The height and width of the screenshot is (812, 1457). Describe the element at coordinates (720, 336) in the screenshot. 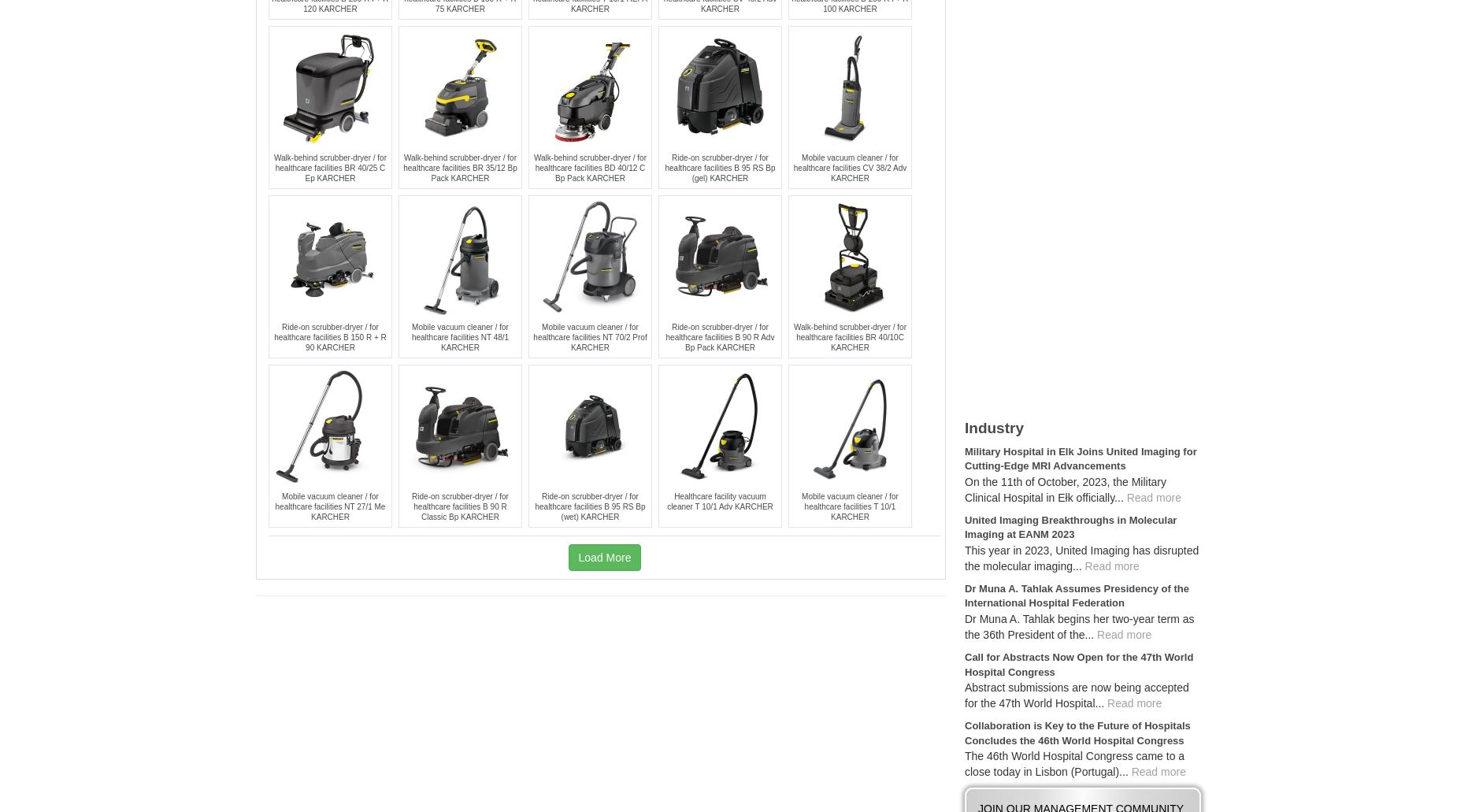

I see `'Ride-on scrubber-dryer / for healthcare facilities B 90 R Adv Bp Pack KARCHER'` at that location.